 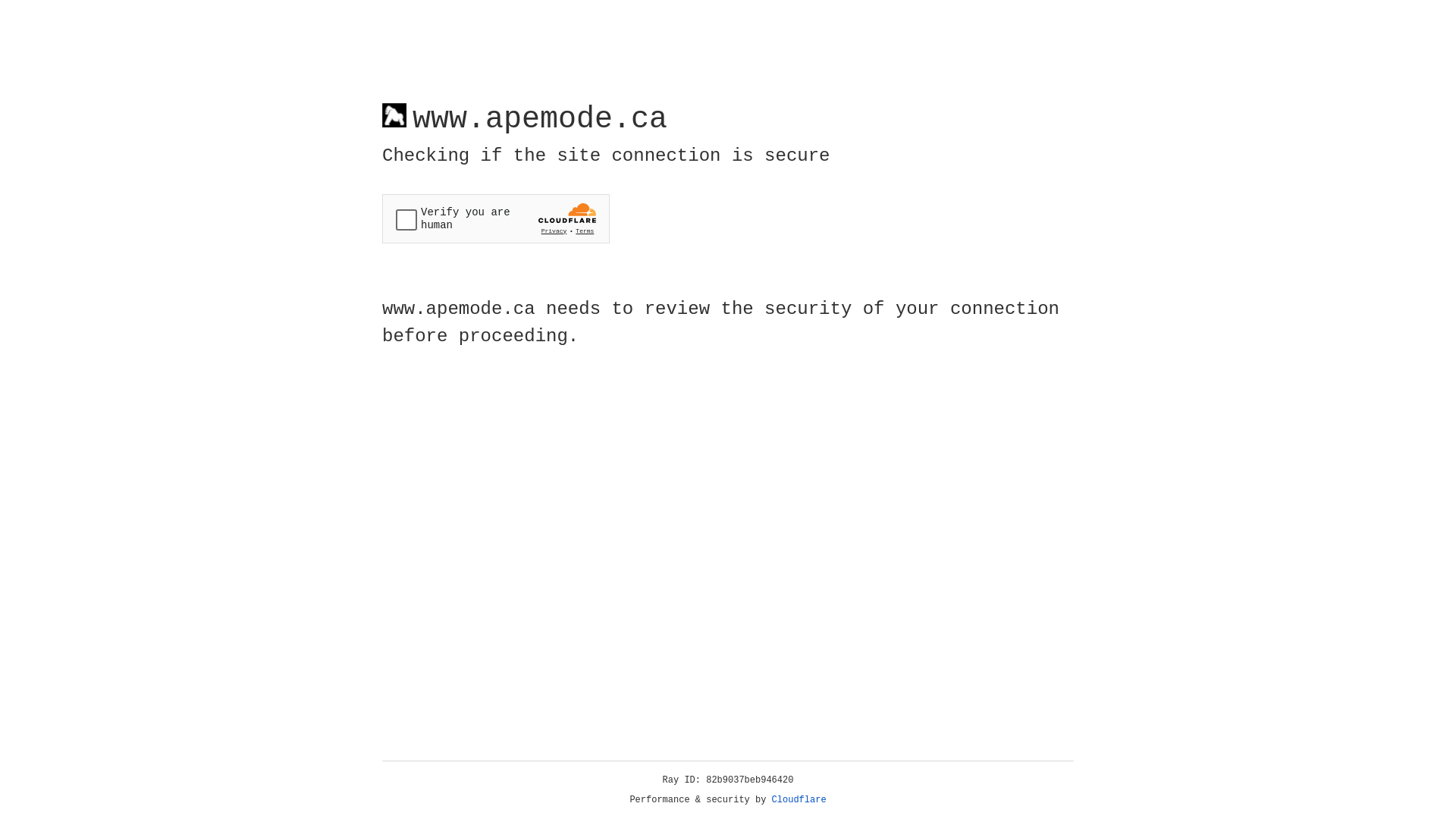 I want to click on 'Widget containing a Cloudflare security challenge', so click(x=495, y=218).